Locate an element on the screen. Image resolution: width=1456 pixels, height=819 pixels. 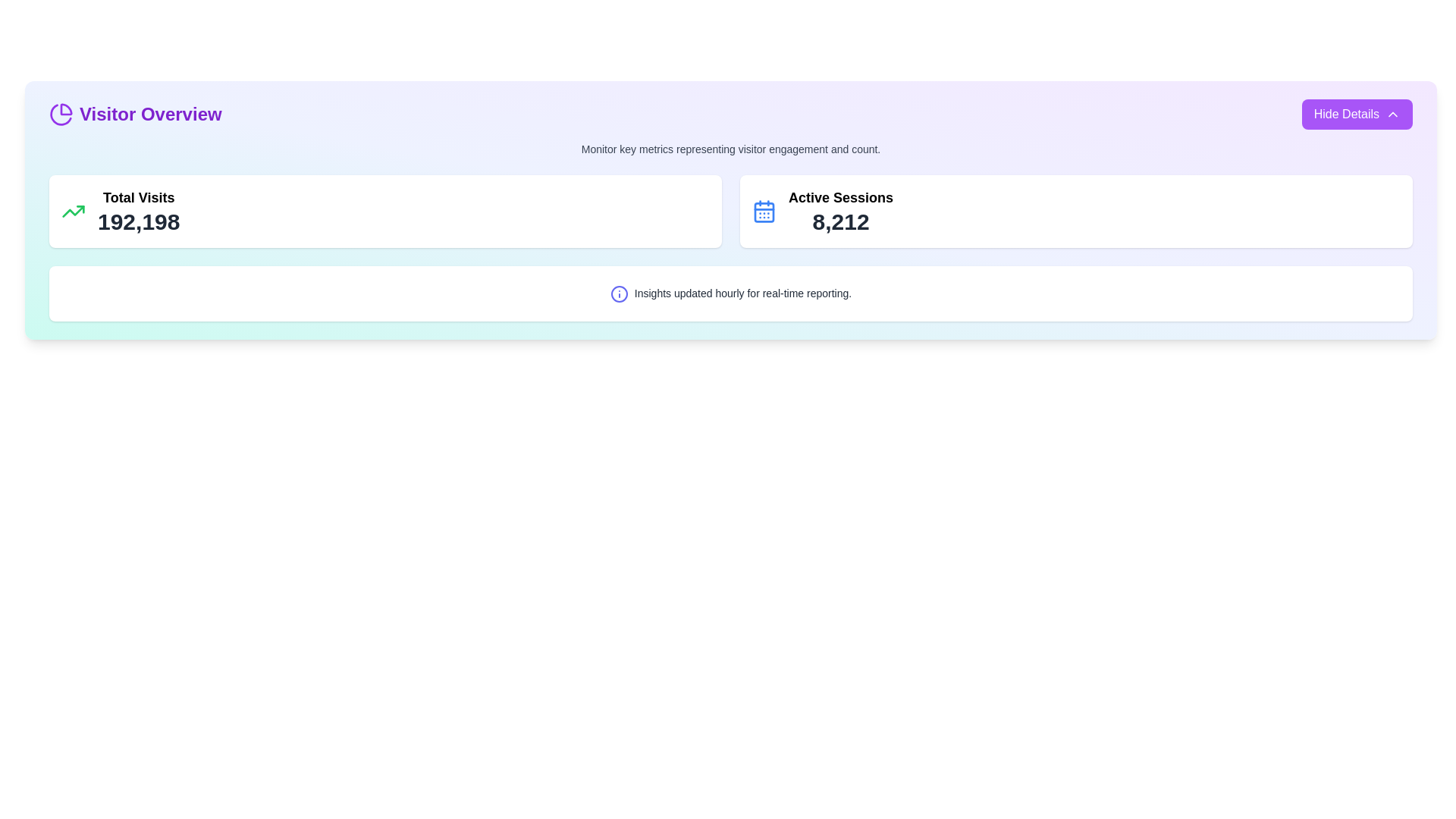
the decorative icon representing the 'Visitor Overview' section, located to the left of the text 'Visitor Overview' is located at coordinates (61, 113).